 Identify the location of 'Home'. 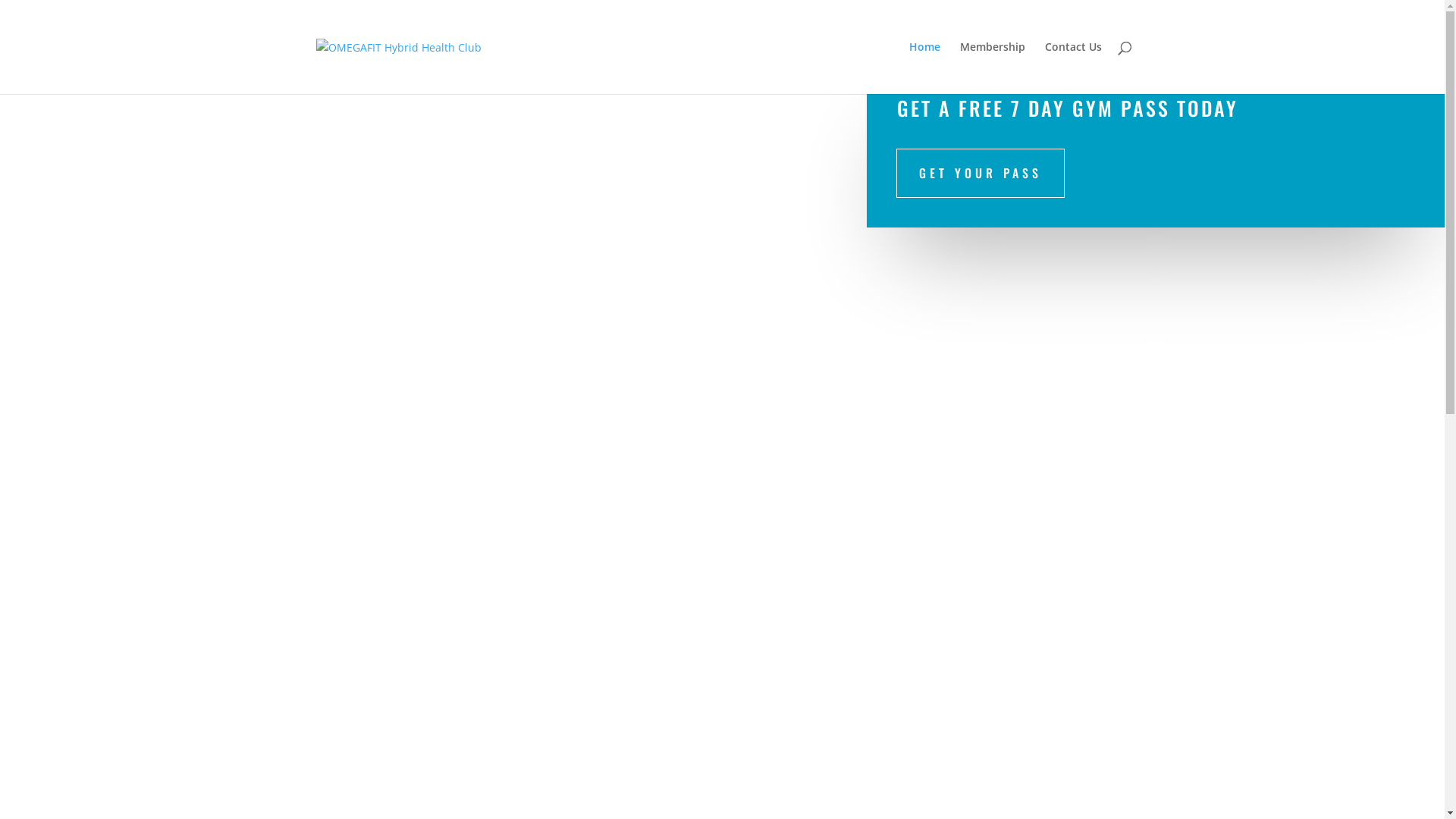
(923, 67).